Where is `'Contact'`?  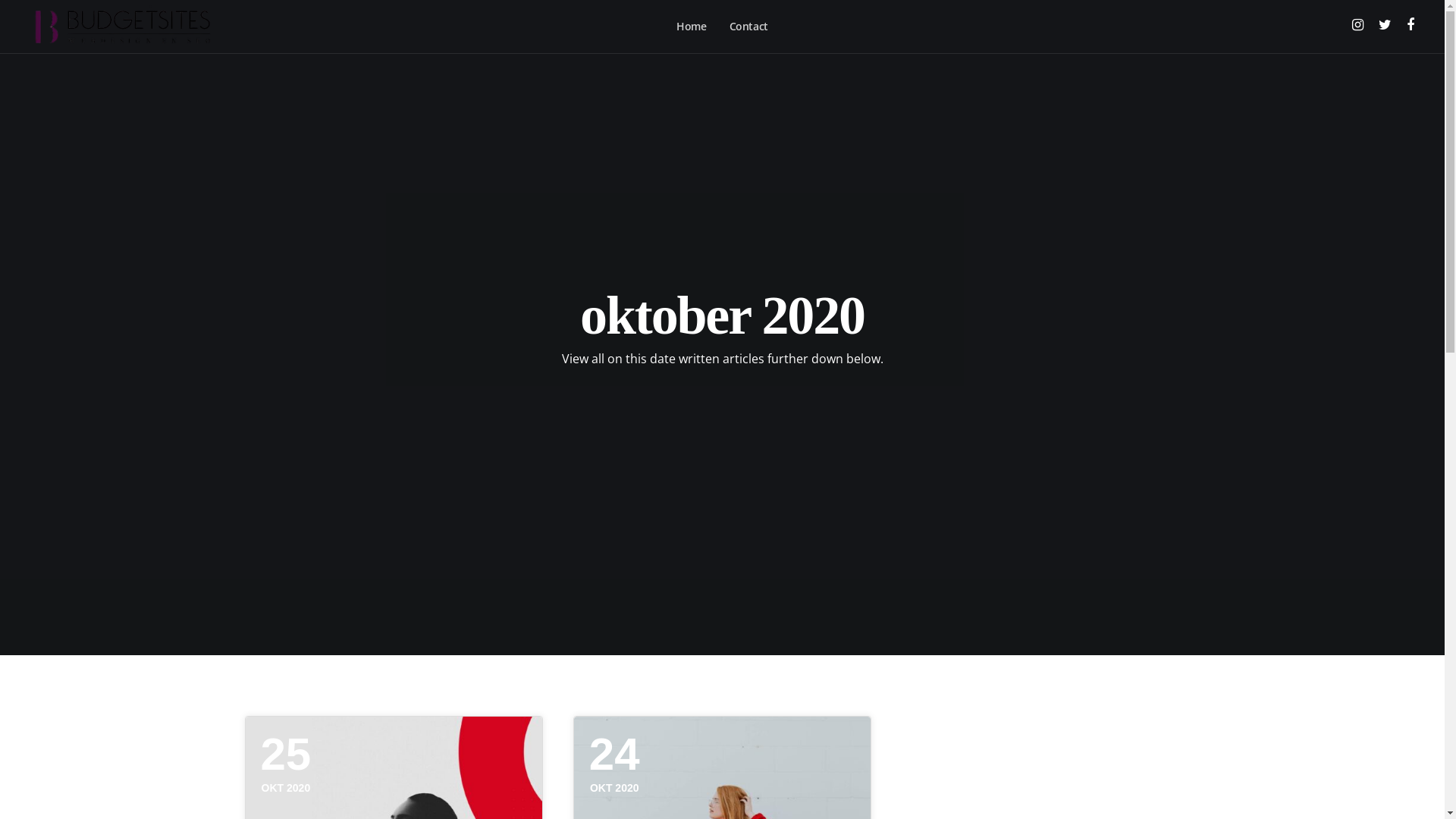
'Contact' is located at coordinates (748, 26).